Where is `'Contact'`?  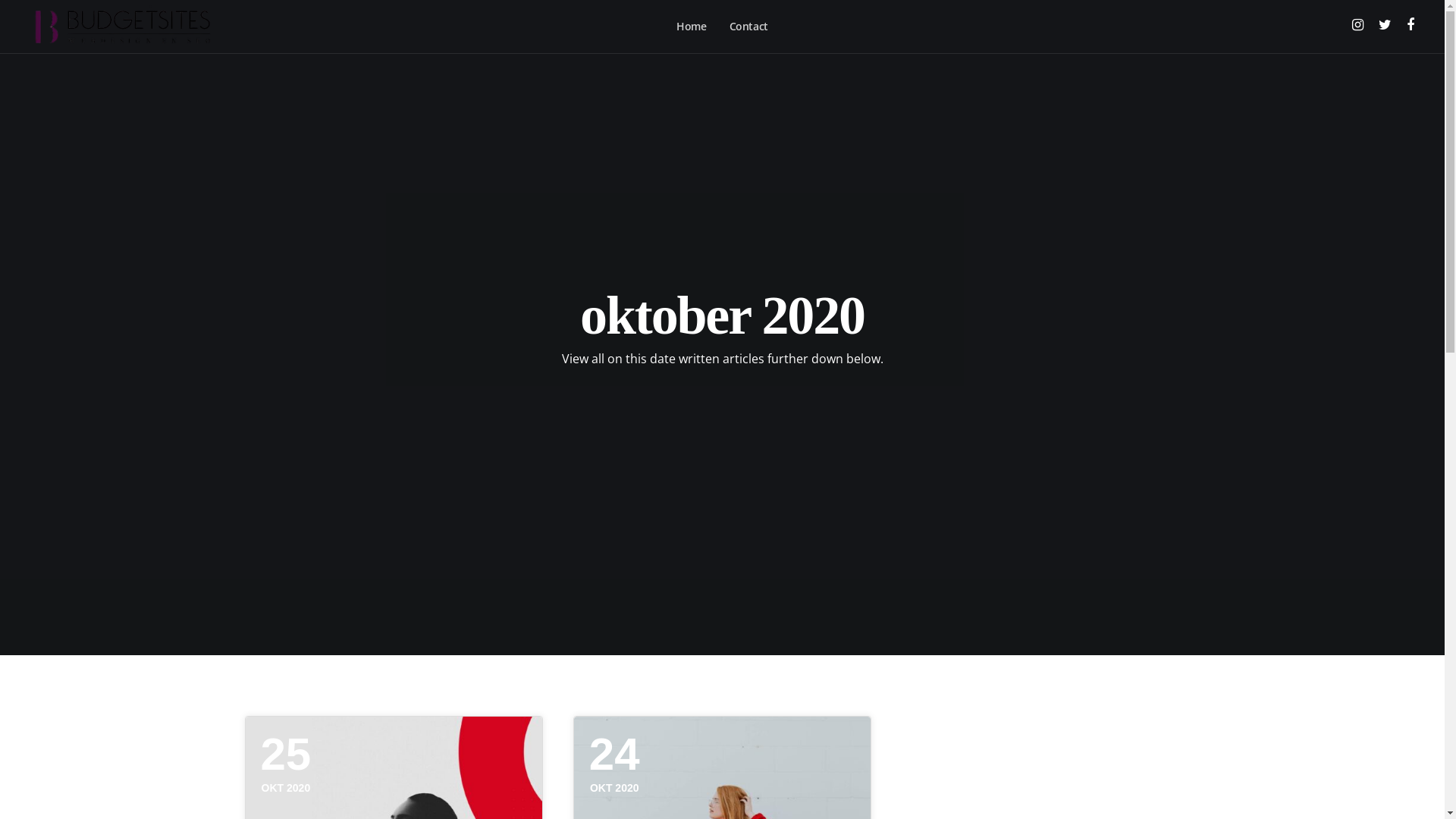
'Contact' is located at coordinates (748, 26).